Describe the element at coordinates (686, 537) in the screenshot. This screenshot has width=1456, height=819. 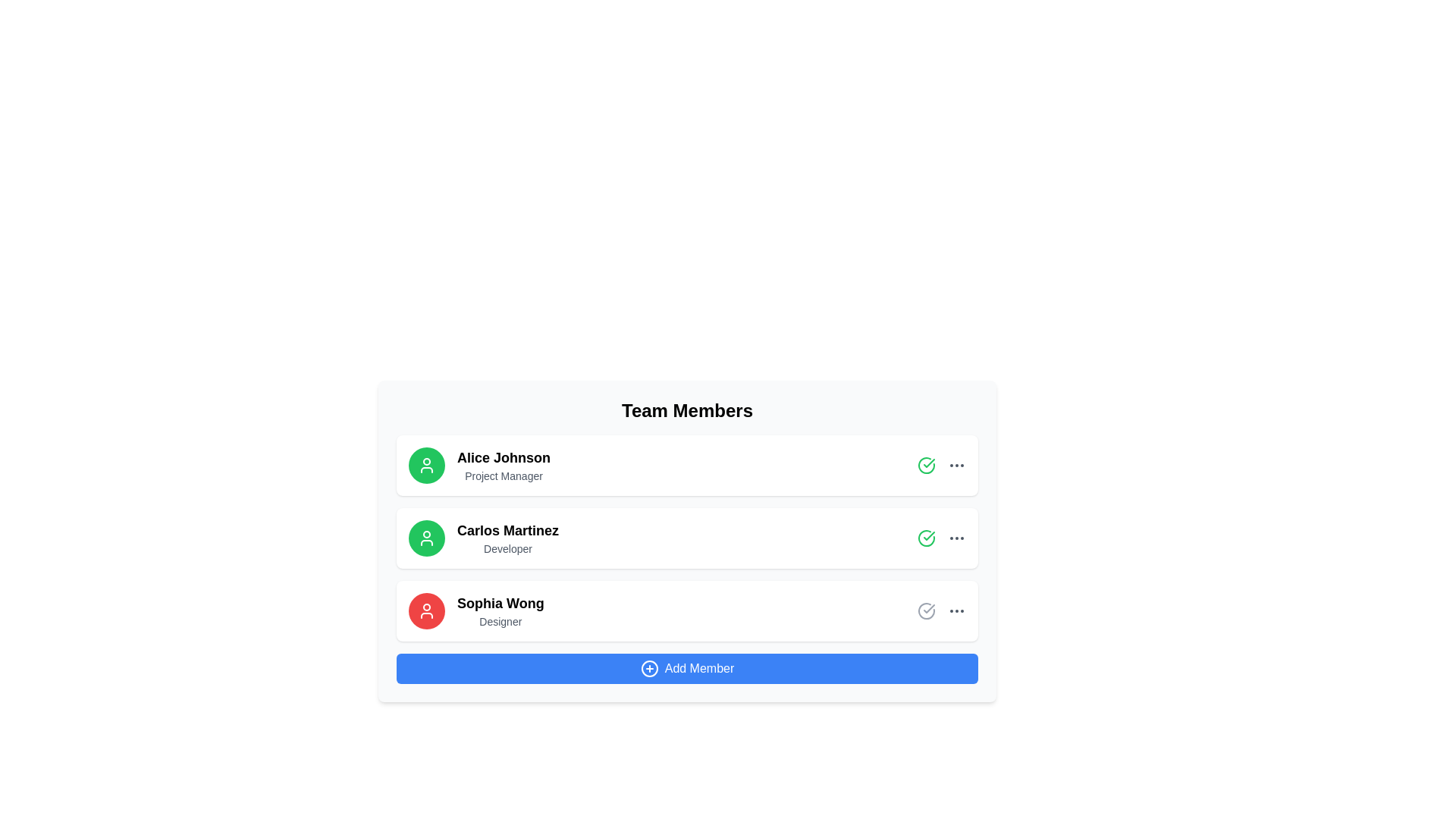
I see `the middle team member entry in the 'Team Members' section` at that location.